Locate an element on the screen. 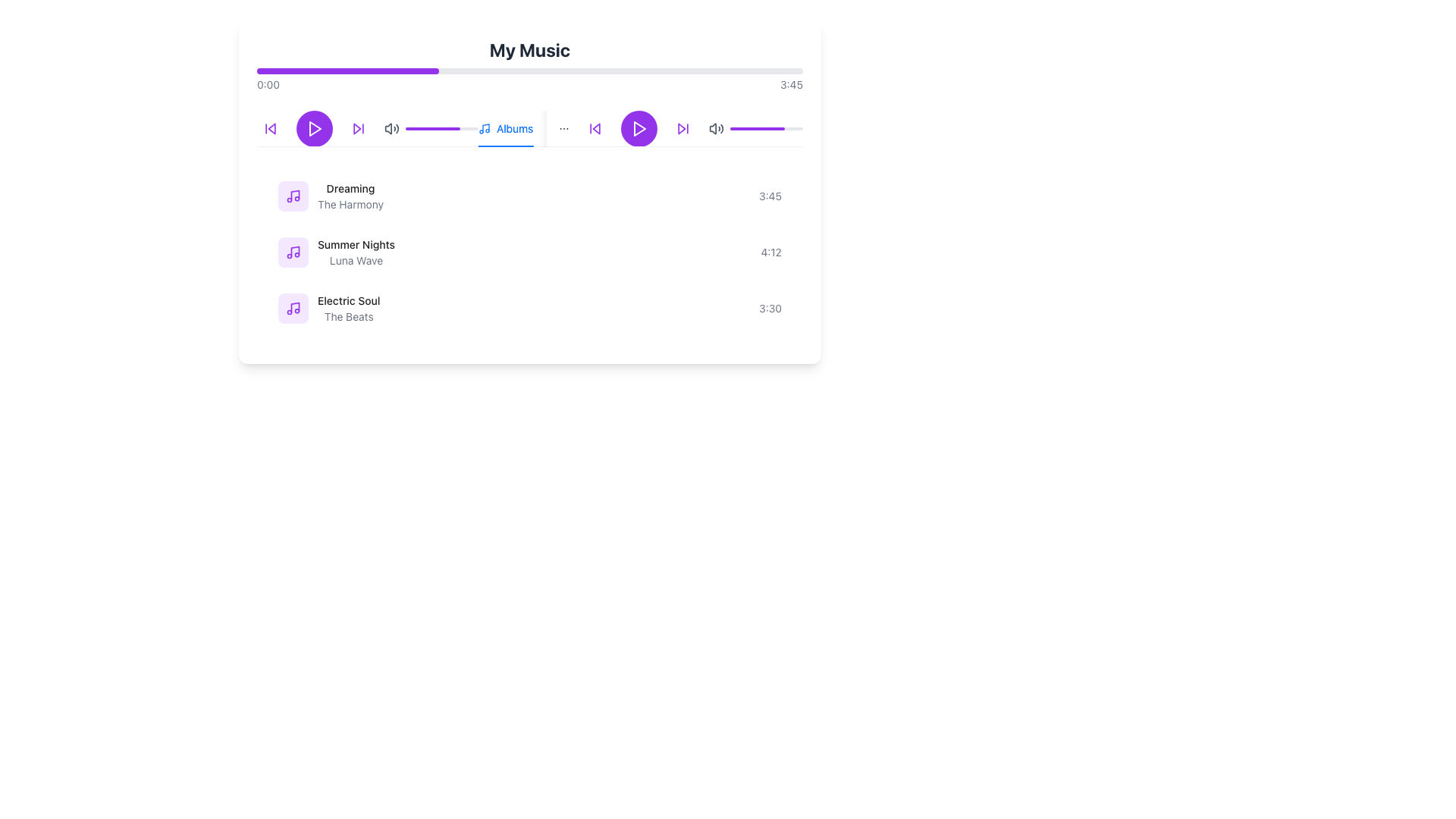 The image size is (1456, 819). playback position is located at coordinates (409, 127).